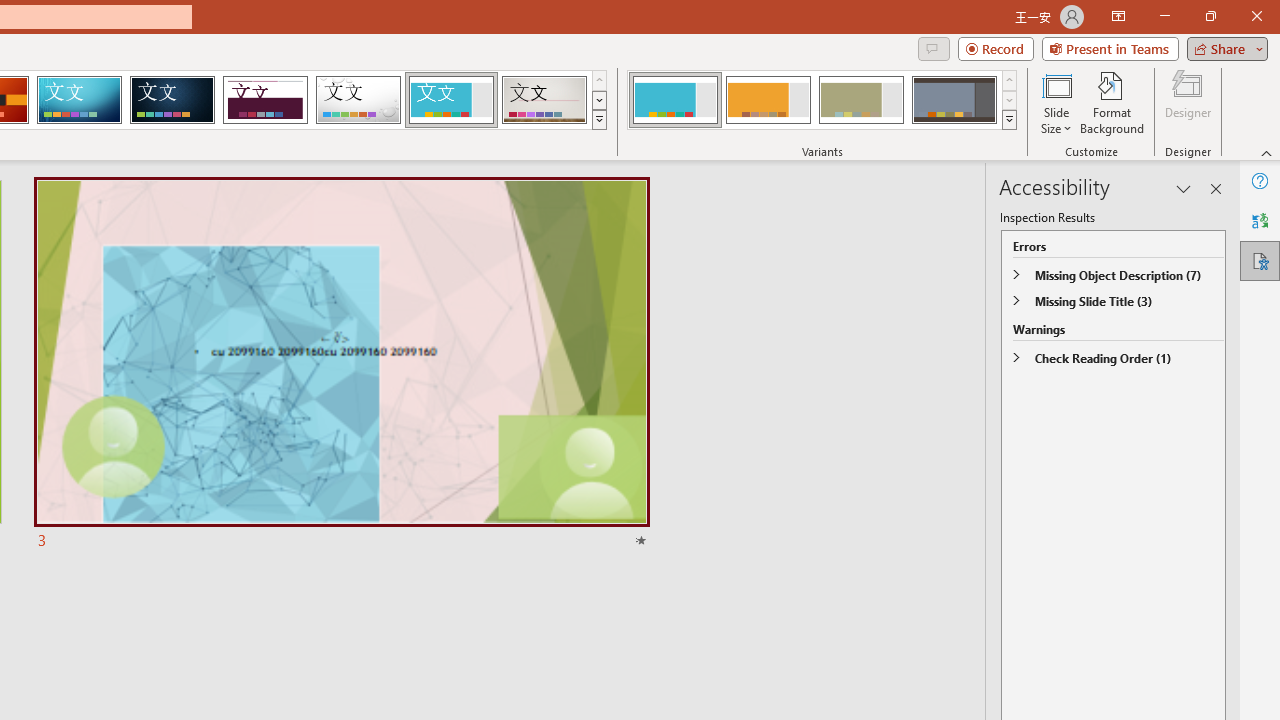 Image resolution: width=1280 pixels, height=720 pixels. I want to click on 'Frame Variant 2', so click(767, 100).